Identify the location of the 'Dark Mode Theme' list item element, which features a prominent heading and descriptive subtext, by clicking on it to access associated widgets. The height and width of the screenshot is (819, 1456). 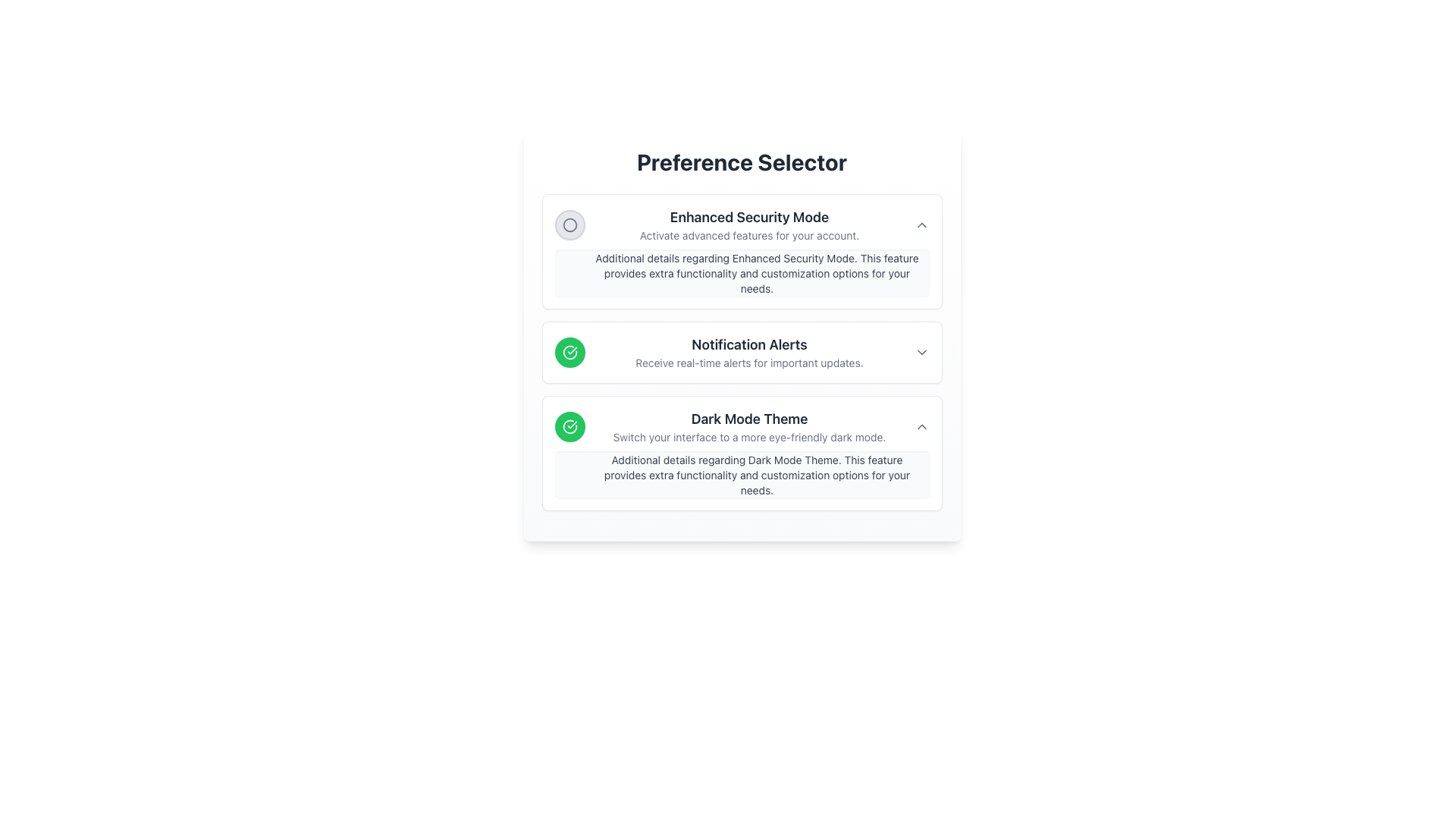
(742, 427).